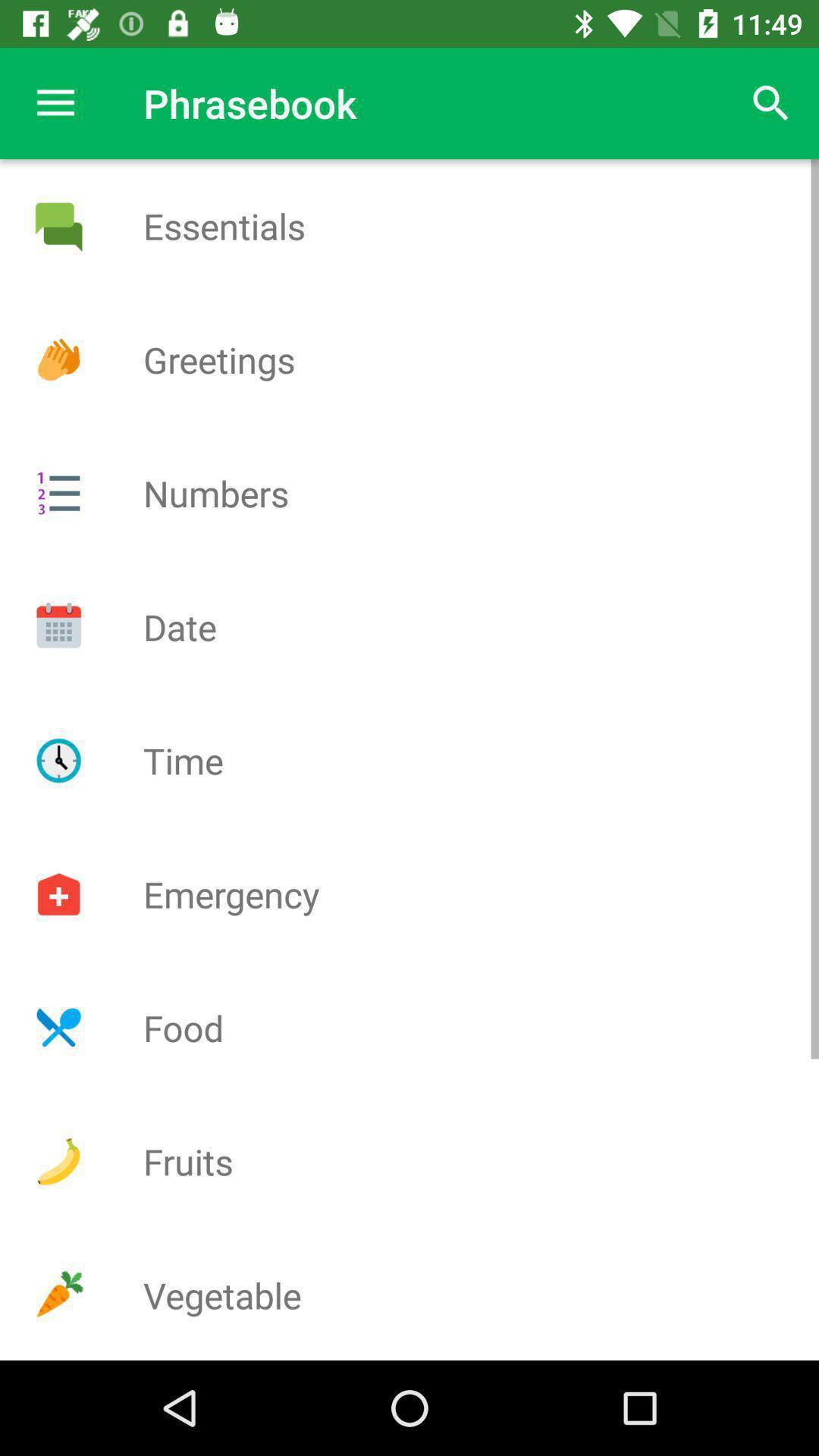 This screenshot has height=1456, width=819. I want to click on vegetable phrases, so click(58, 1294).